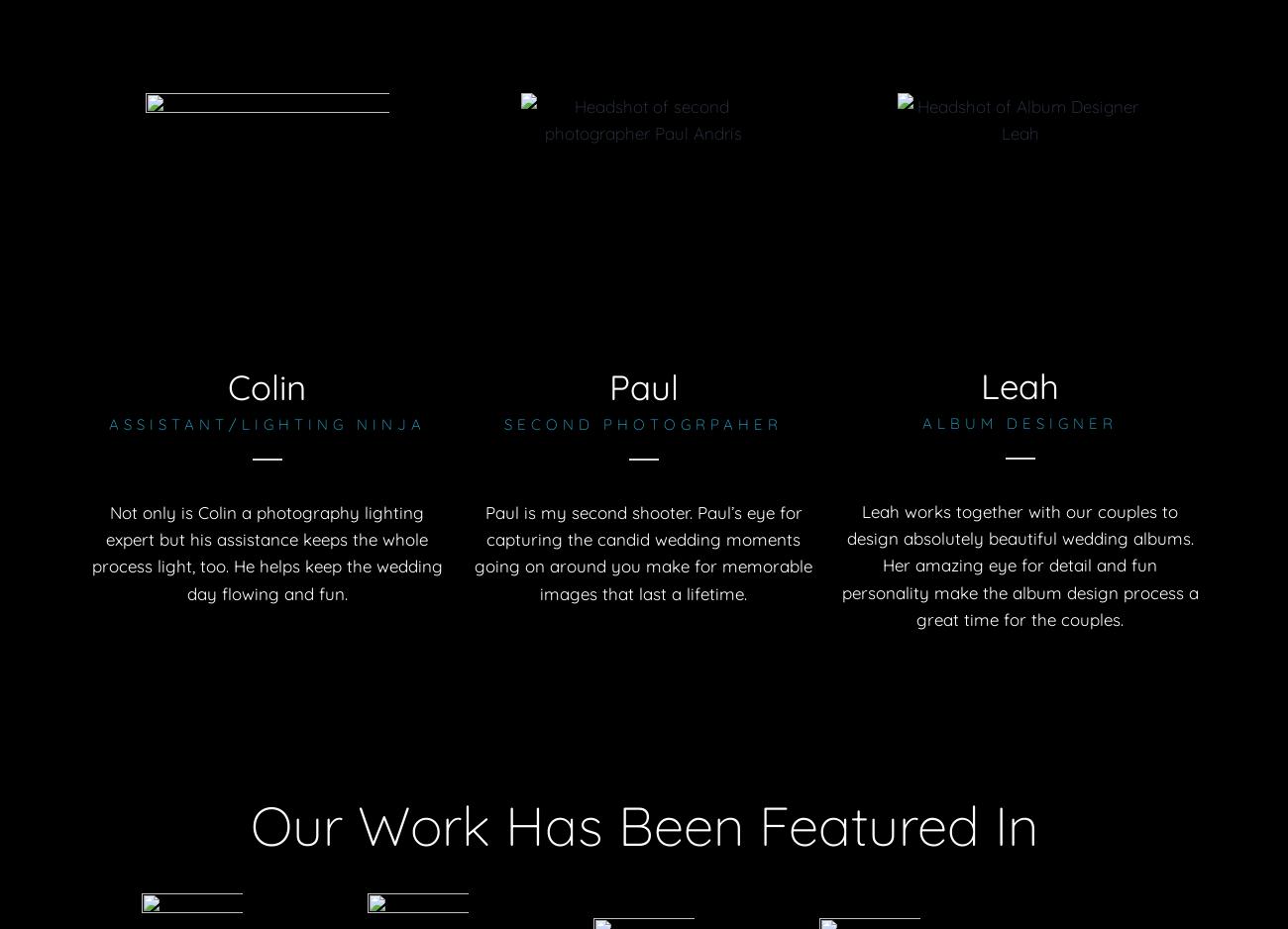  Describe the element at coordinates (642, 385) in the screenshot. I see `'Paul'` at that location.